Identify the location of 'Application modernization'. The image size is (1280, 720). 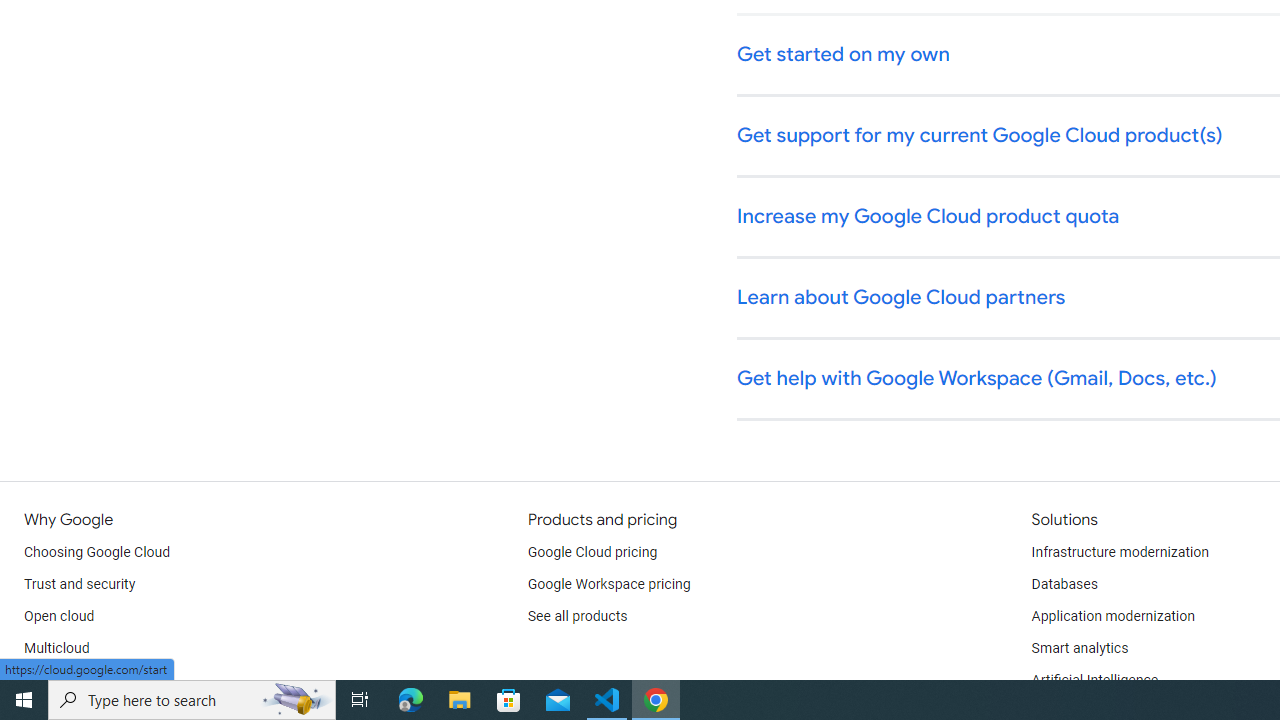
(1111, 616).